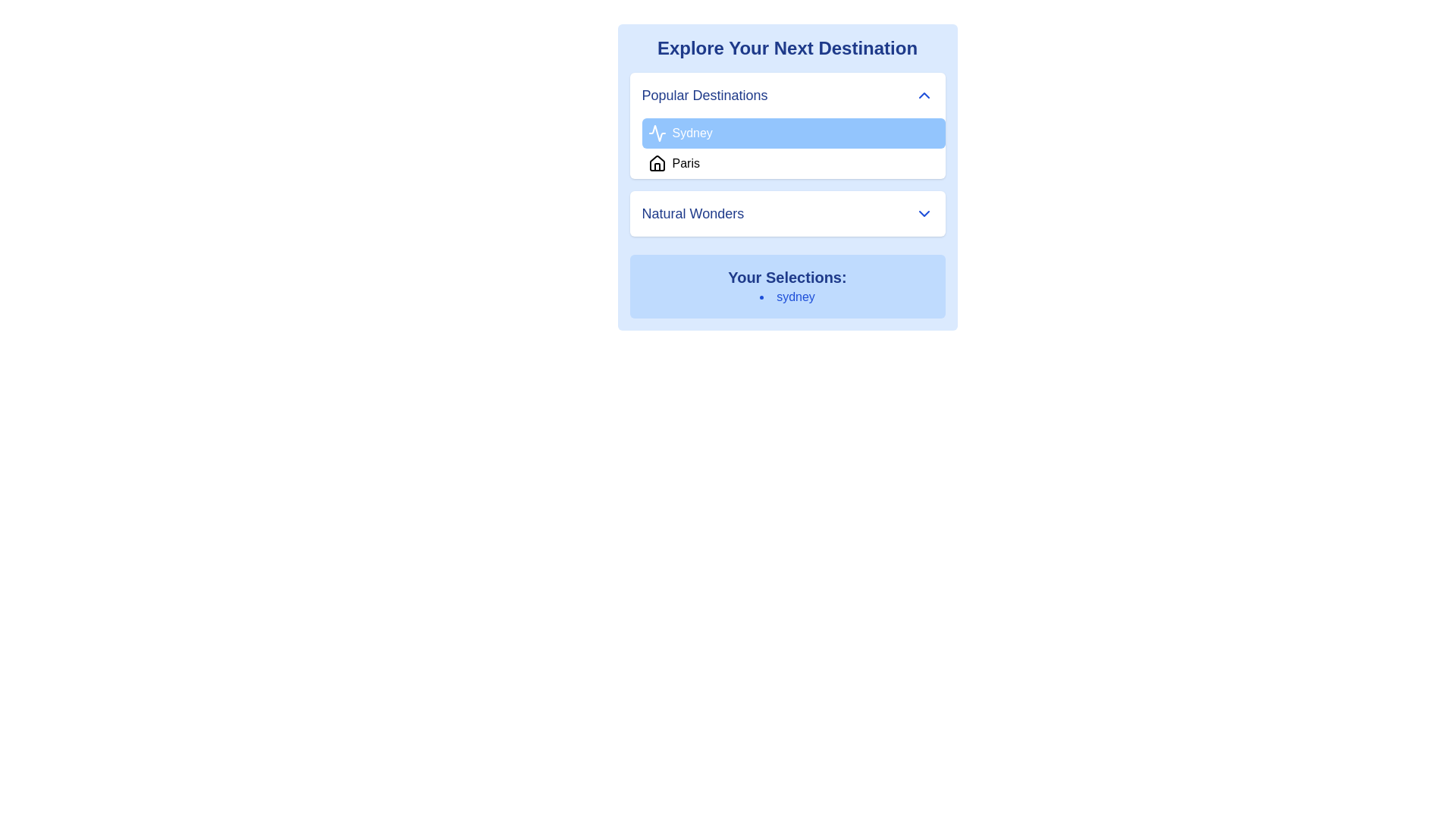 This screenshot has width=1456, height=819. Describe the element at coordinates (787, 155) in the screenshot. I see `on the 'Popular Destinations' section` at that location.